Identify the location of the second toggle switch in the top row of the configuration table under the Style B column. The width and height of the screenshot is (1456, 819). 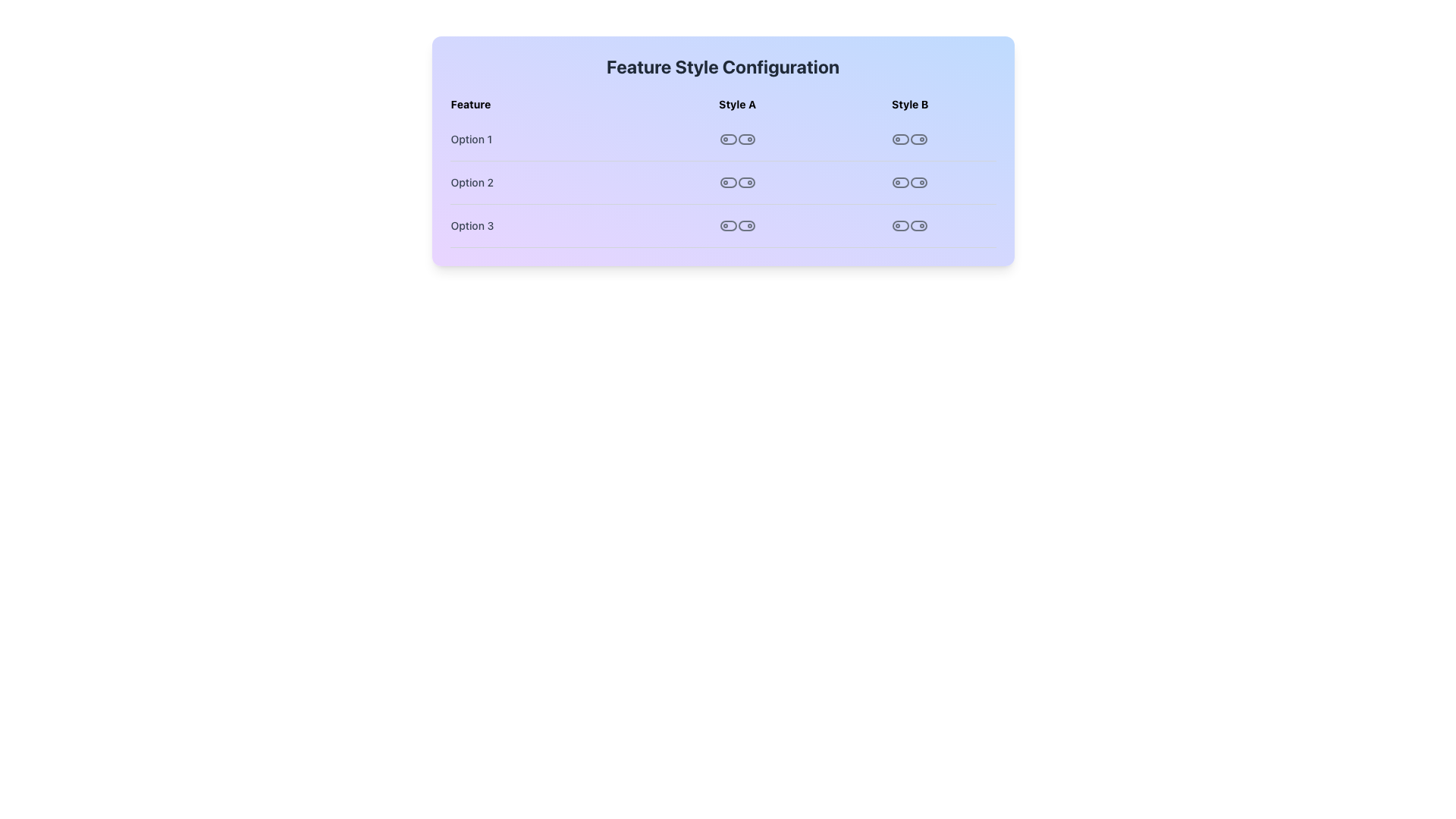
(918, 140).